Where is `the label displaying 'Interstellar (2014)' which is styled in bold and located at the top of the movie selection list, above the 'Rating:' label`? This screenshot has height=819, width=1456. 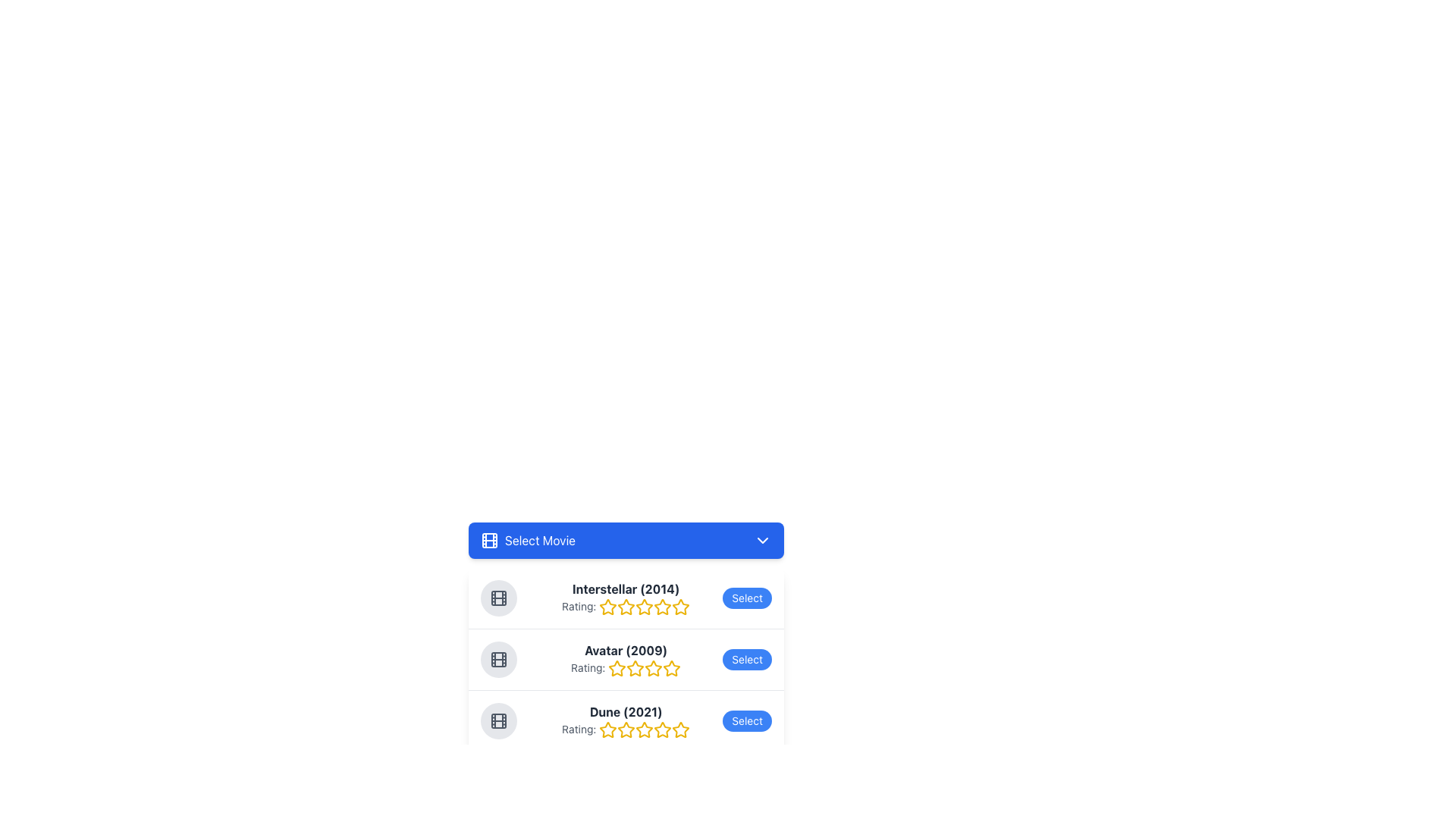
the label displaying 'Interstellar (2014)' which is styled in bold and located at the top of the movie selection list, above the 'Rating:' label is located at coordinates (626, 588).